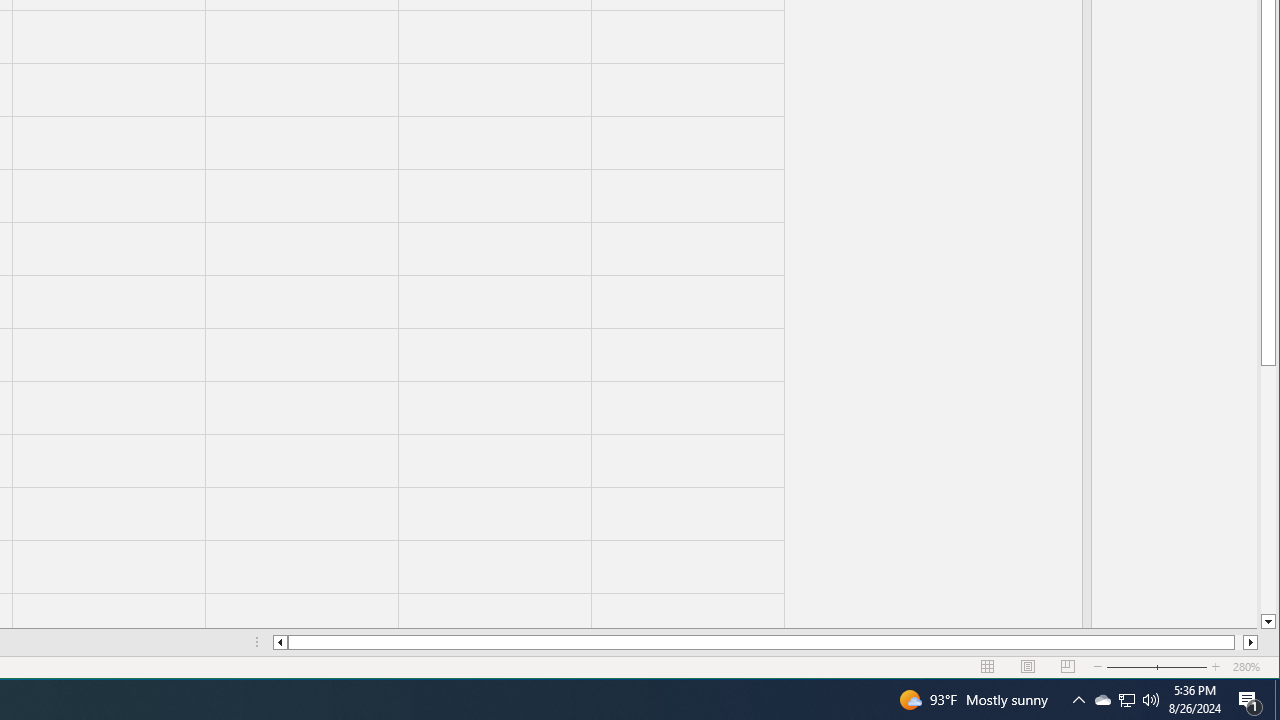 This screenshot has width=1280, height=720. What do you see at coordinates (1101, 698) in the screenshot?
I see `'Q2790: 100%'` at bounding box center [1101, 698].